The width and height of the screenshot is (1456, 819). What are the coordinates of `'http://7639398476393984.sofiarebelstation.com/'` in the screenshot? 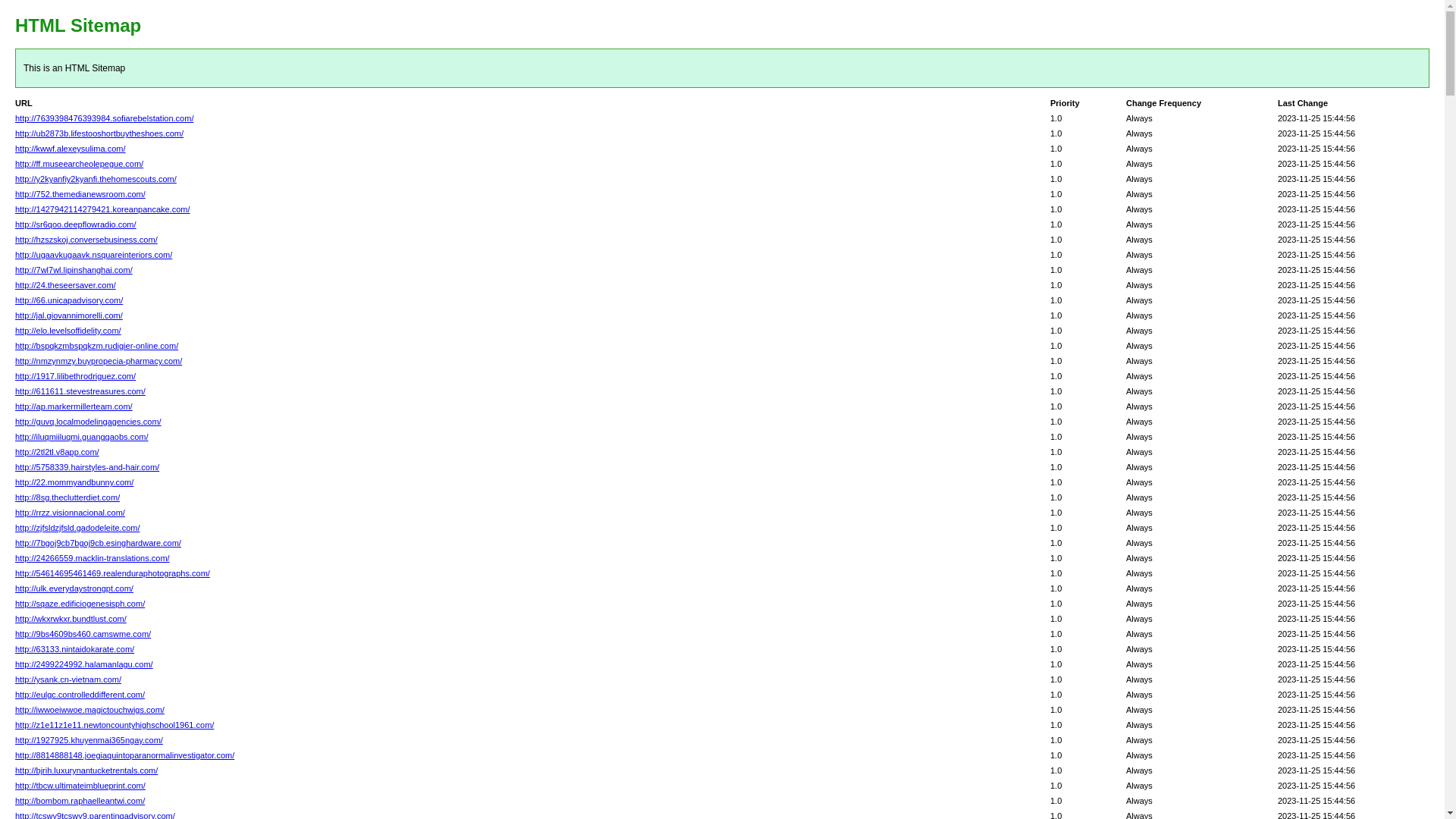 It's located at (103, 117).